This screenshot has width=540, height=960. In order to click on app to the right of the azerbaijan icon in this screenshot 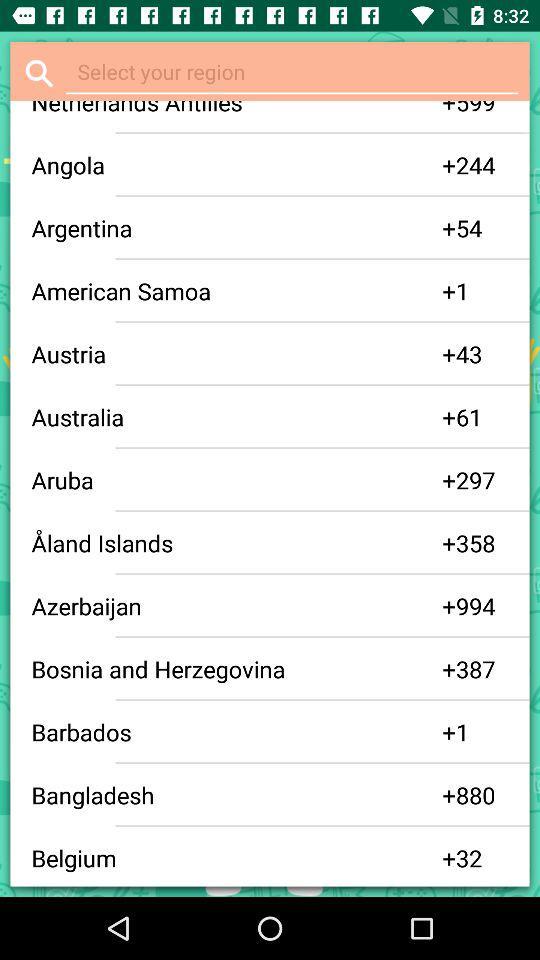, I will do `click(449, 605)`.